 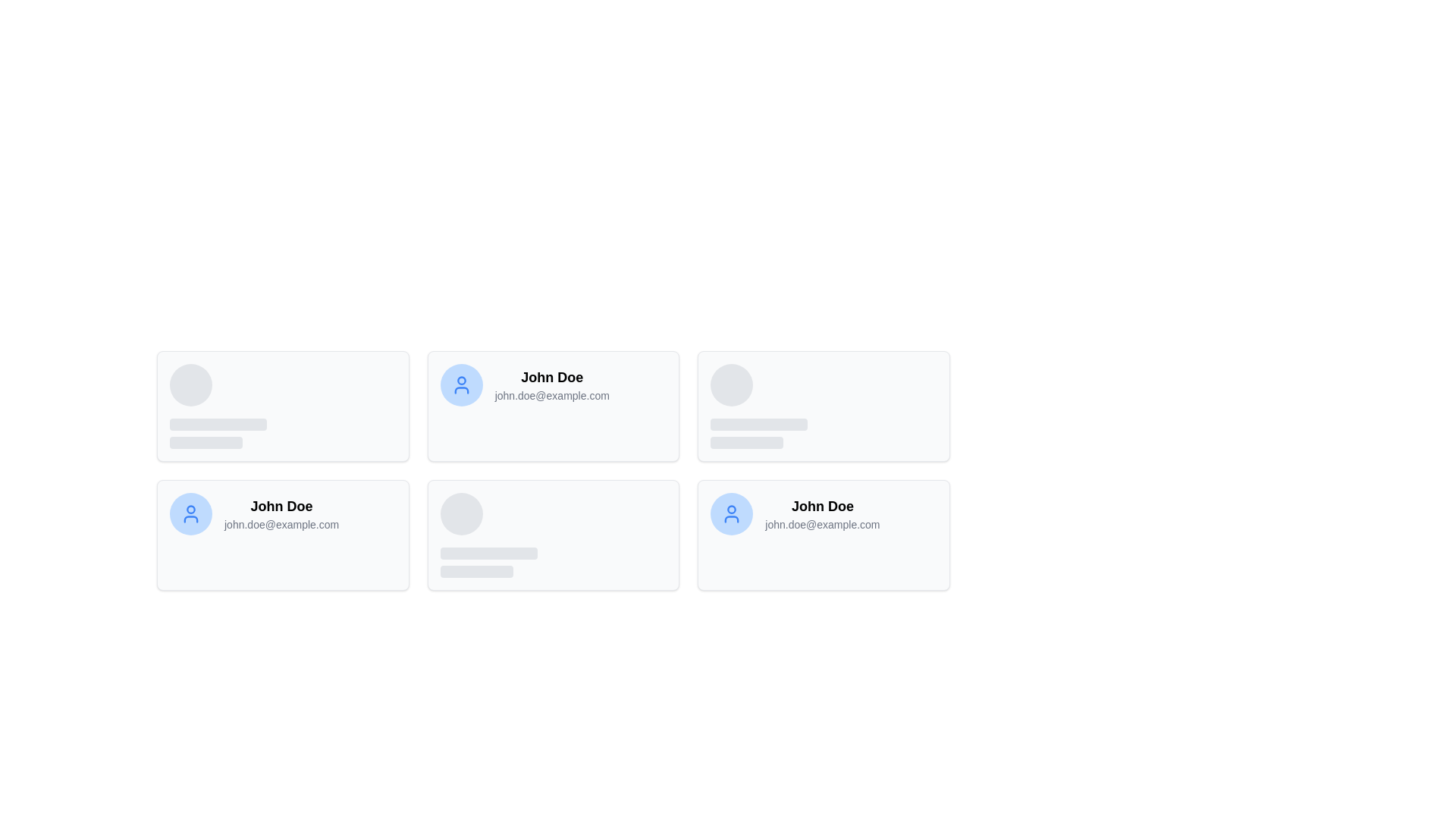 What do you see at coordinates (190, 519) in the screenshot?
I see `rounded rectangular user avatar icon located in the lower-left section of the user card grid` at bounding box center [190, 519].